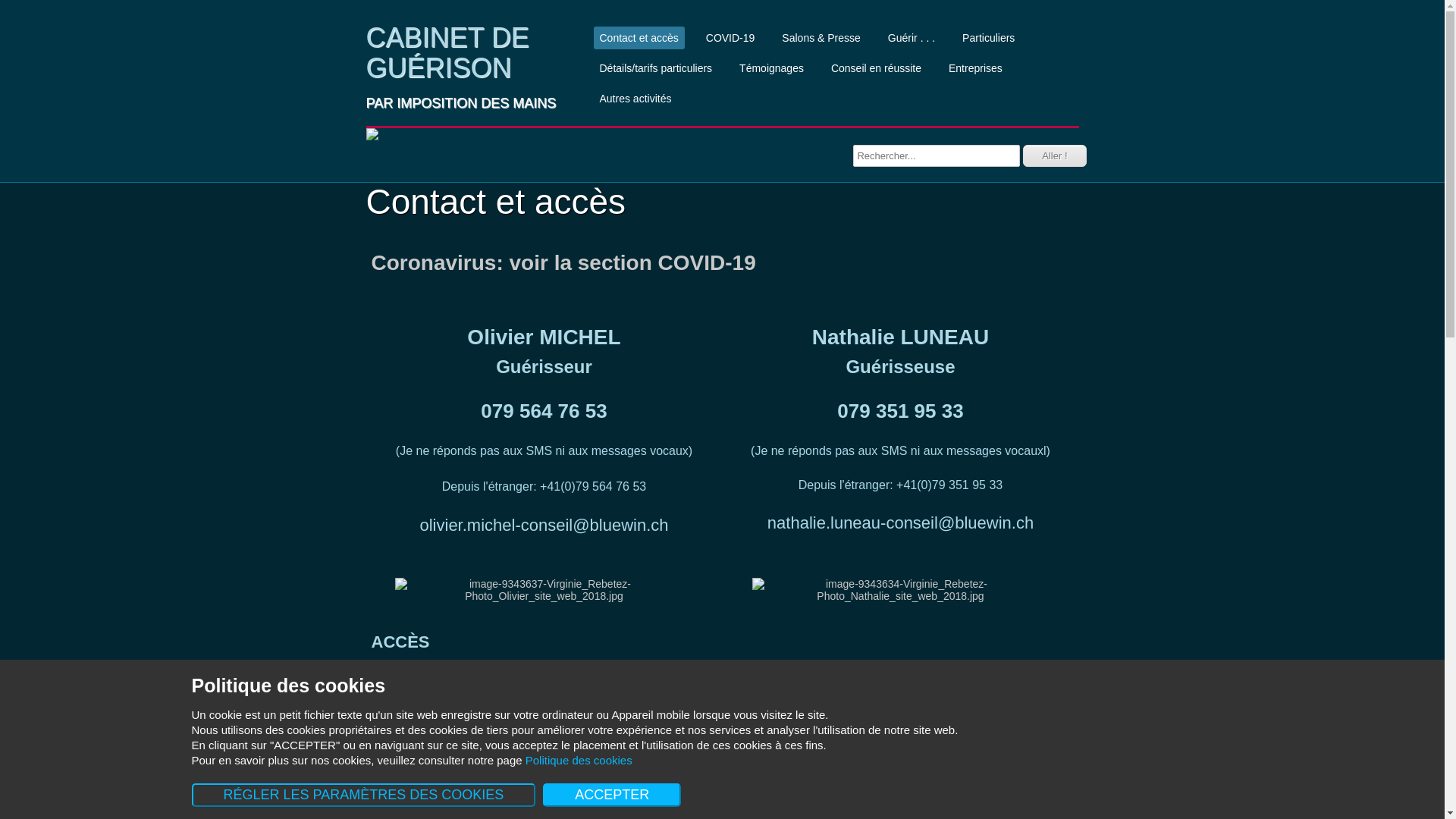 This screenshot has height=819, width=1456. I want to click on 'Politique des cookies', so click(578, 760).